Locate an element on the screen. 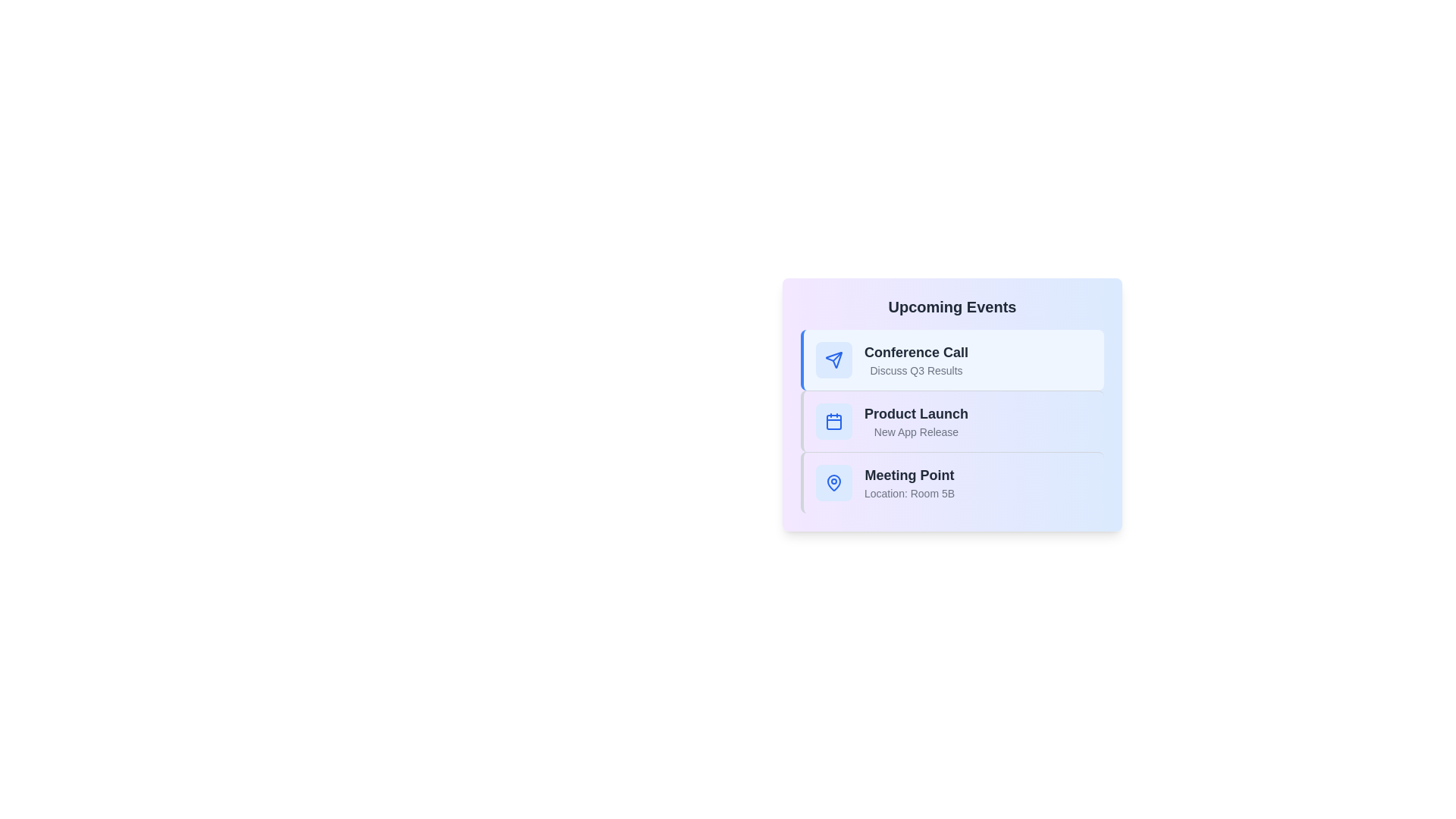 The width and height of the screenshot is (1456, 819). the icon representing the event type Conference Call is located at coordinates (833, 359).